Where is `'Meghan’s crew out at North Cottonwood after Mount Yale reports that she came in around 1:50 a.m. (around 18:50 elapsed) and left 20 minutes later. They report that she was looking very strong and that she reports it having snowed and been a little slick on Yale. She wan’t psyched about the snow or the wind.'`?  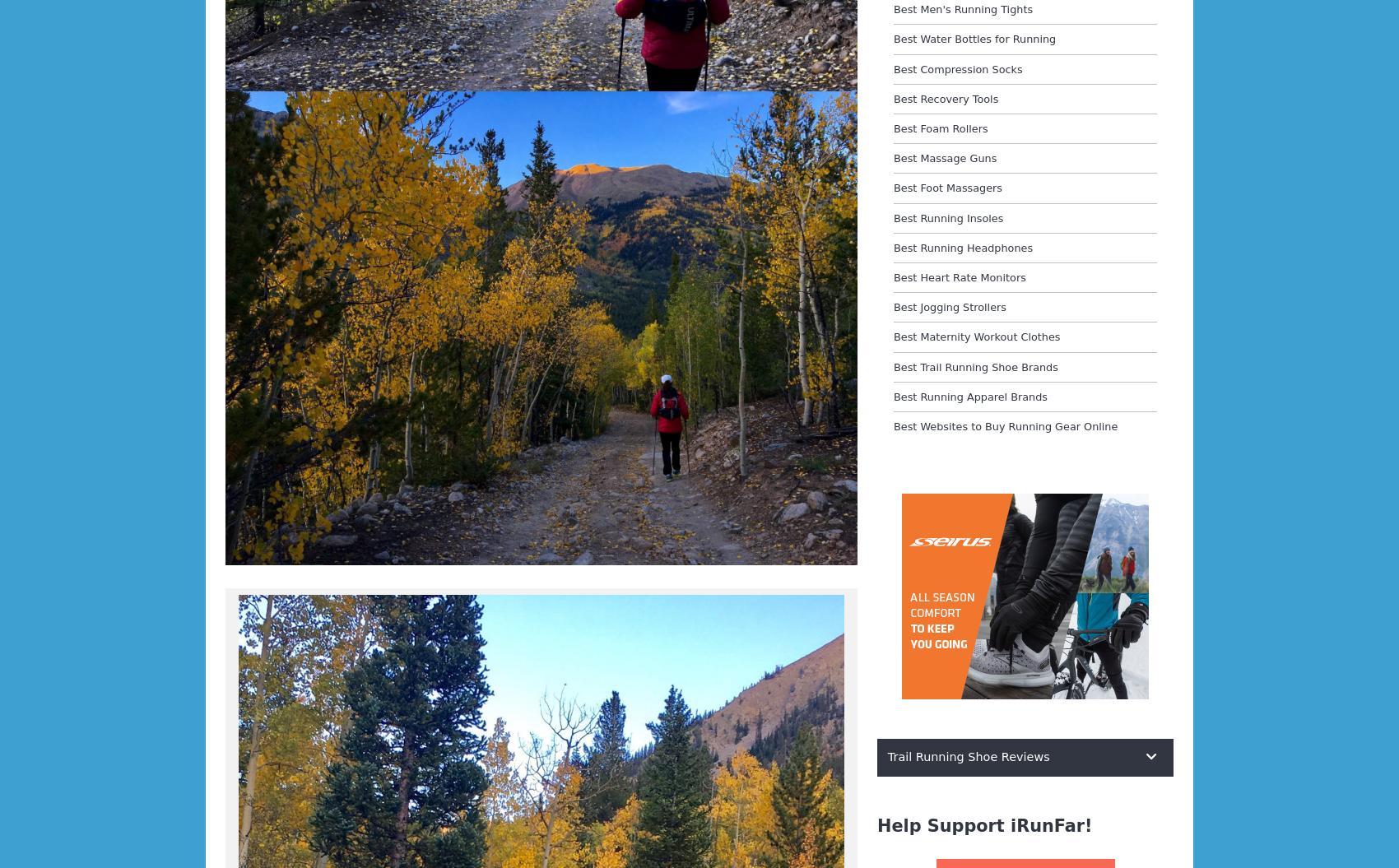 'Meghan’s crew out at North Cottonwood after Mount Yale reports that she came in around 1:50 a.m. (around 18:50 elapsed) and left 20 minutes later. They report that she was looking very strong and that she reports it having snowed and been a little slick on Yale. She wan’t psyched about the snow or the wind.' is located at coordinates (539, 767).